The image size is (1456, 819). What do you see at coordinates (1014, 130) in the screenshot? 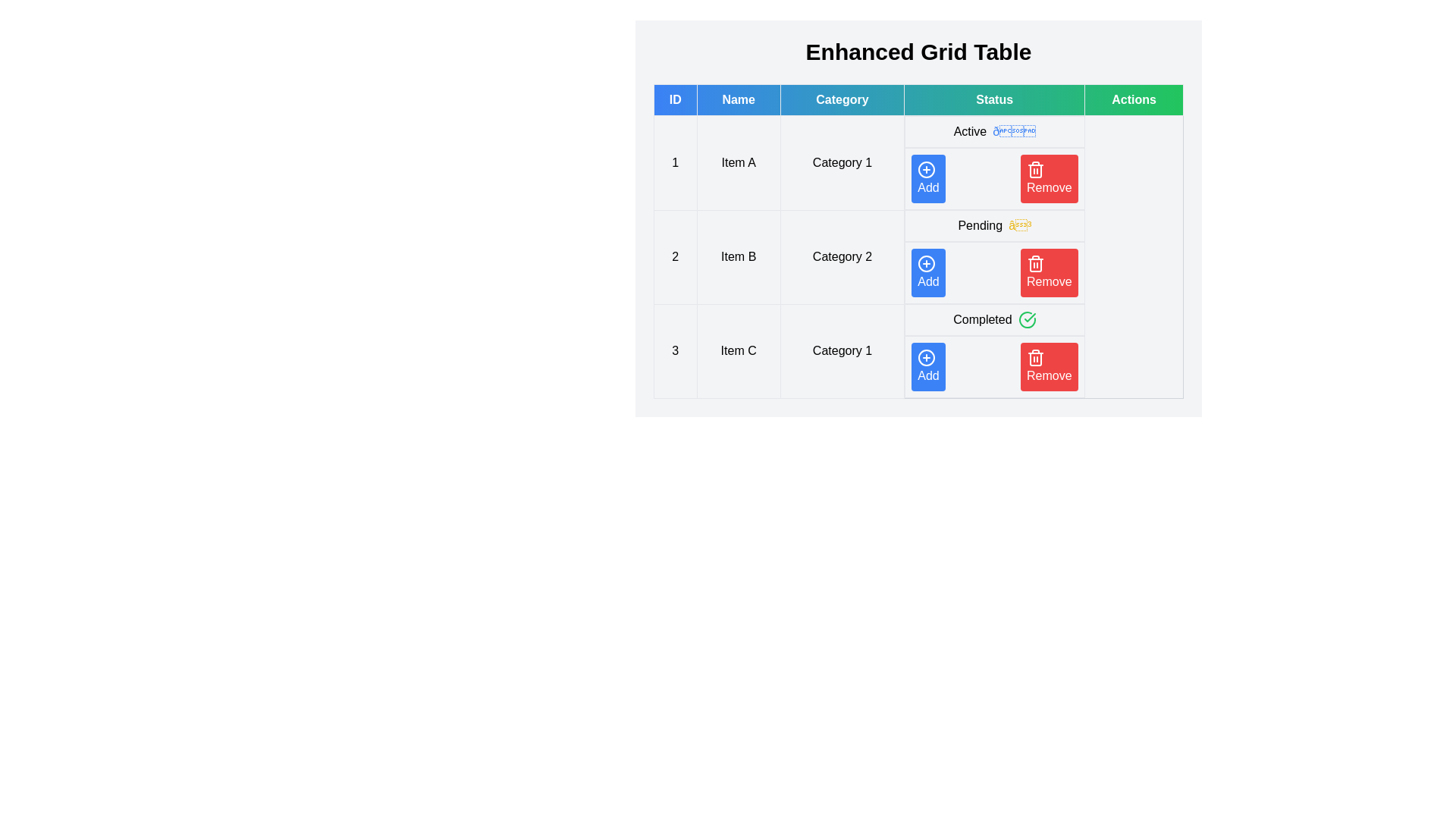
I see `the status icon in the 'Status' column of the table to display its meaning` at bounding box center [1014, 130].